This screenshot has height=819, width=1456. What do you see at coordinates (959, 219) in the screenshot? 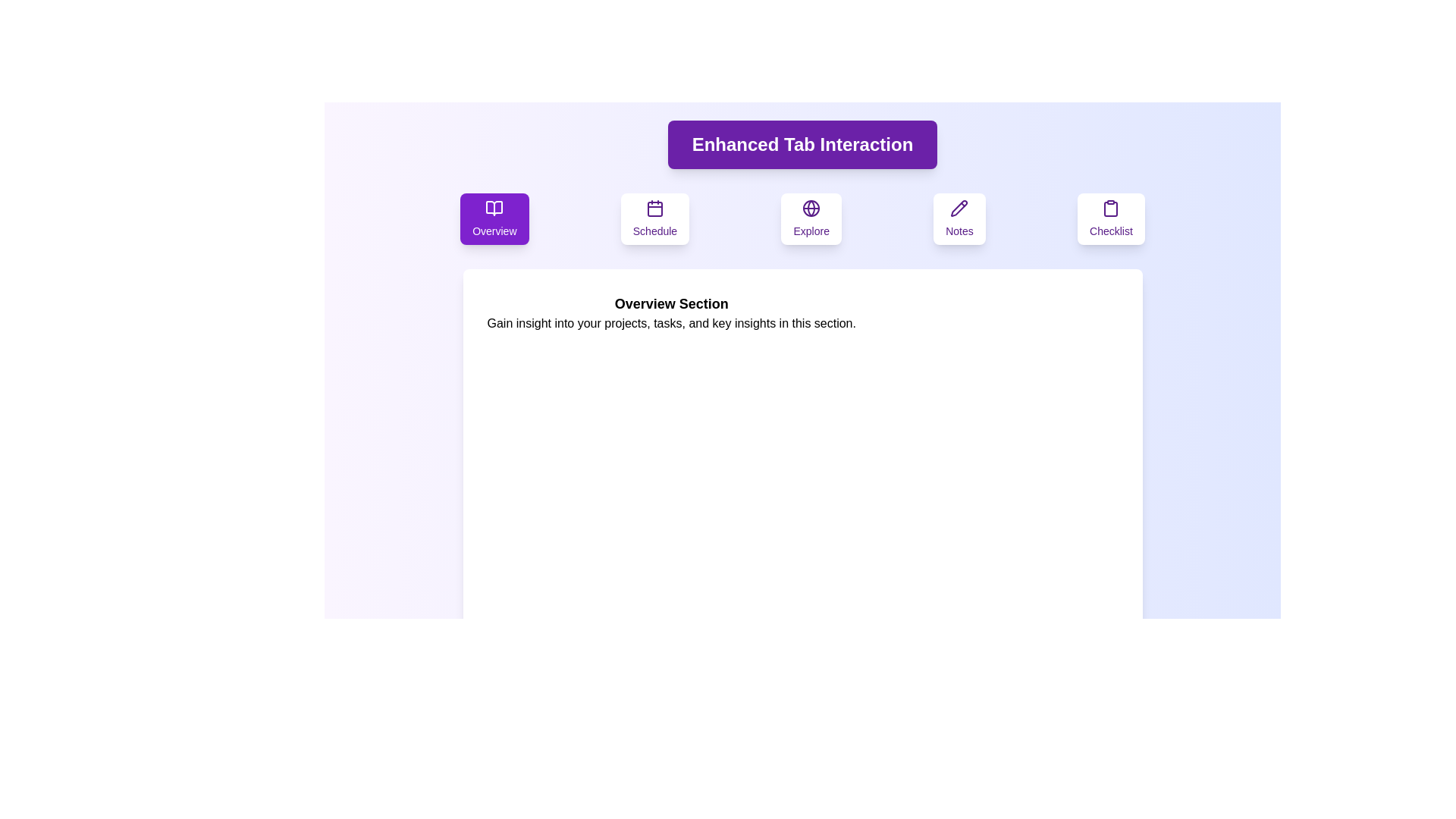
I see `the 'Notes' button` at bounding box center [959, 219].